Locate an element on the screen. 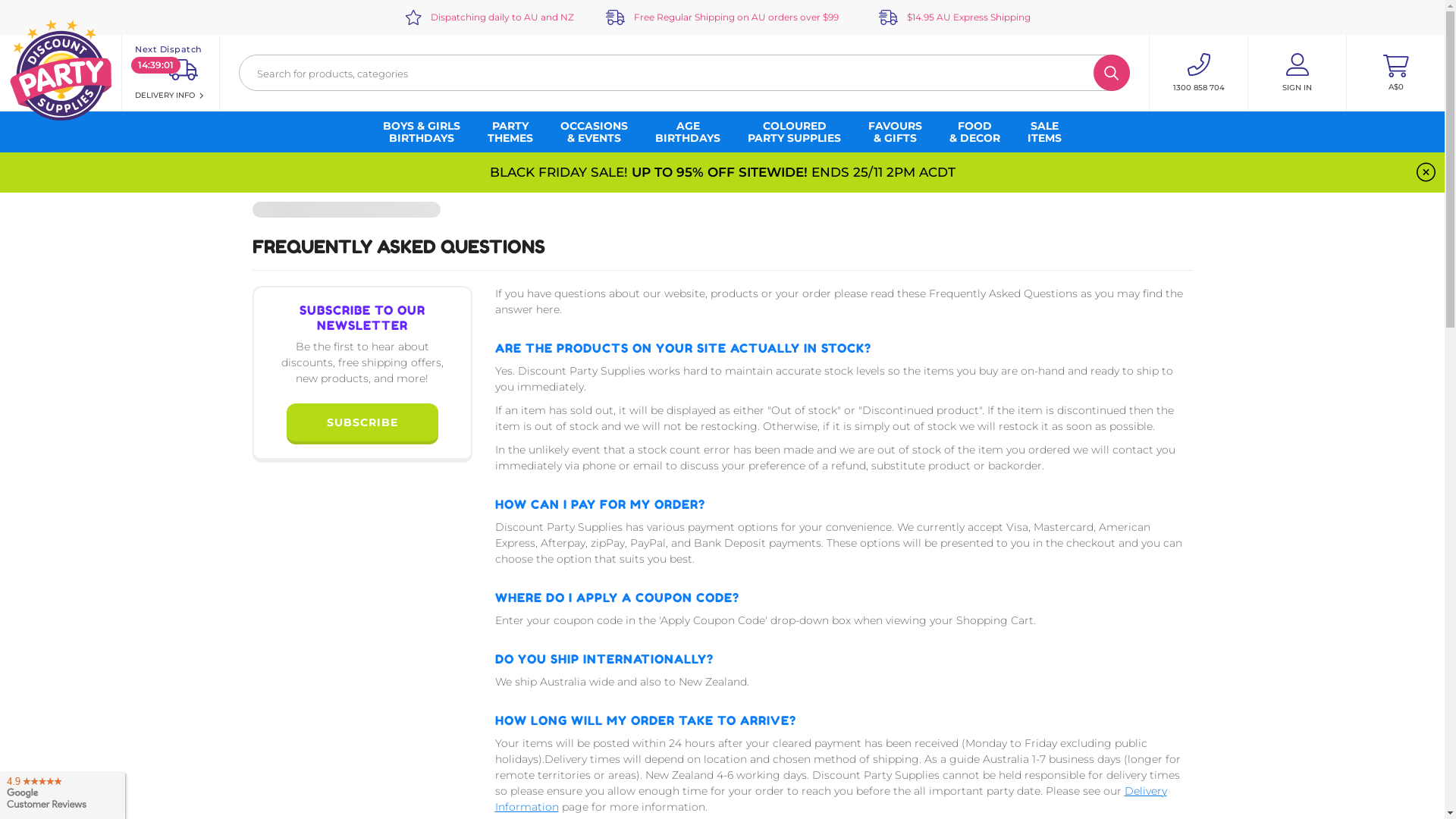 The height and width of the screenshot is (819, 1456). 'Next Dispatch is located at coordinates (171, 73).